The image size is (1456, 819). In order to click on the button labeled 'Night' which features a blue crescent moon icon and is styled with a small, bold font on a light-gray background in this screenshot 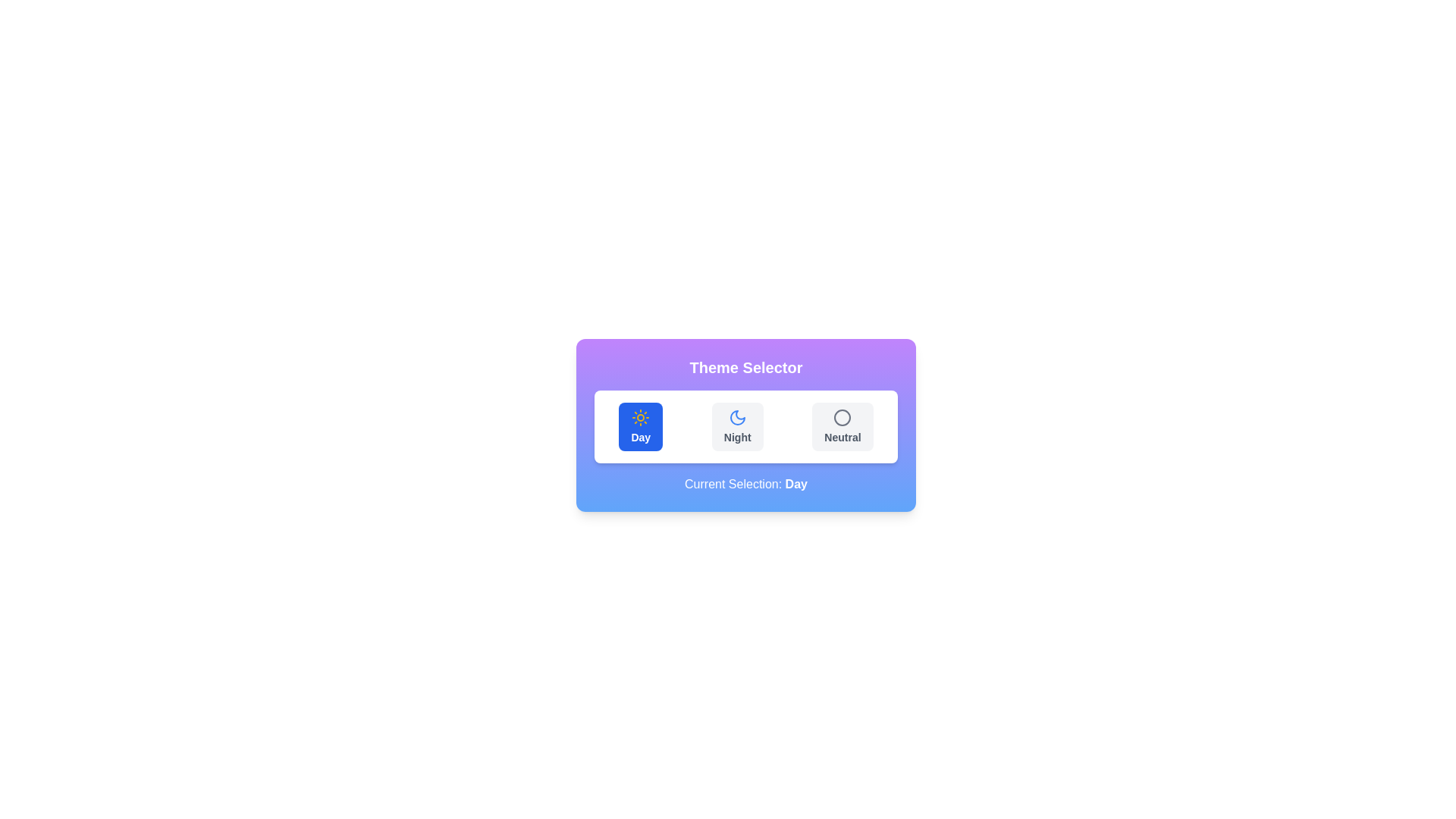, I will do `click(737, 427)`.